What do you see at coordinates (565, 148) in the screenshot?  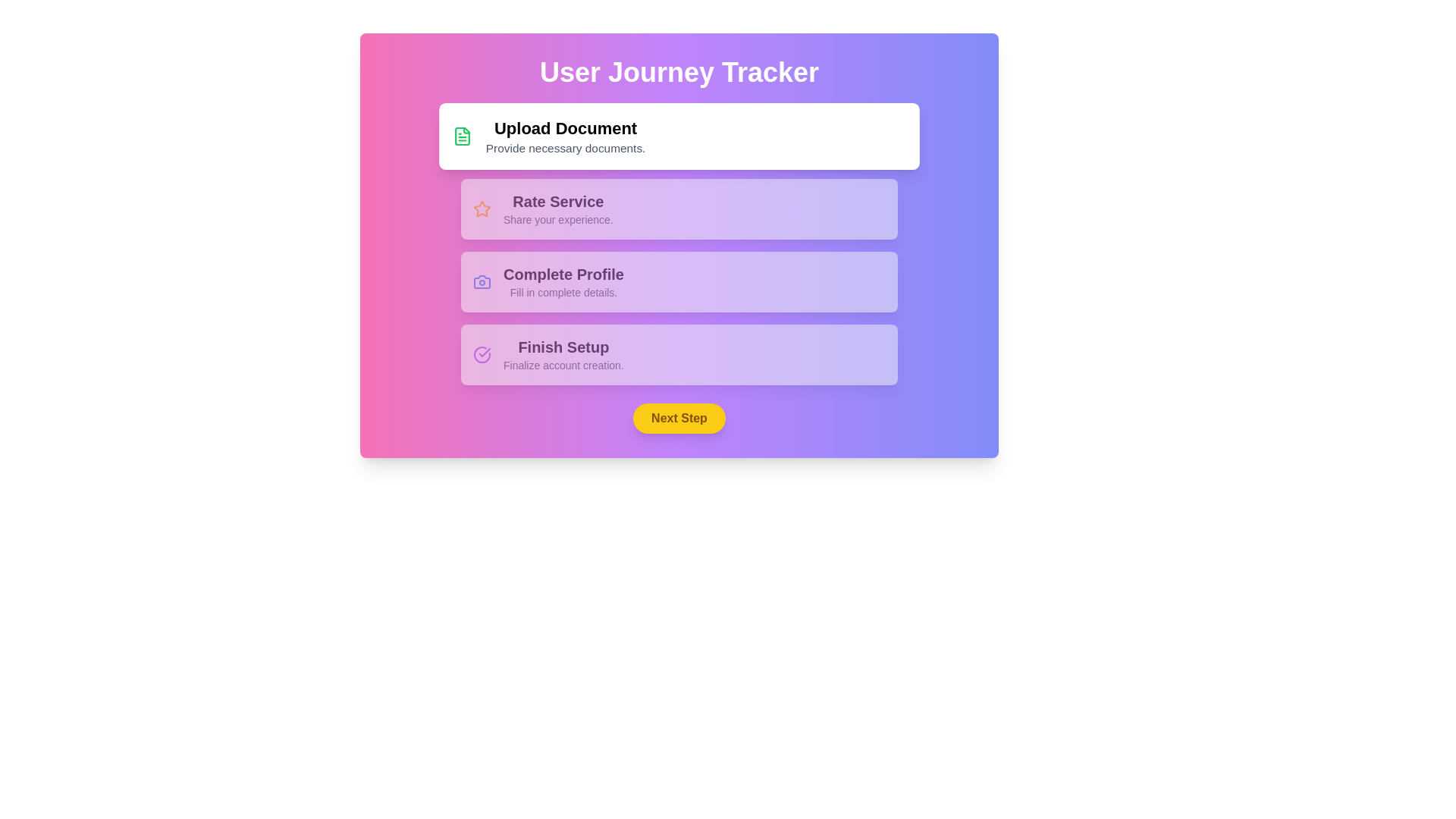 I see `the text label that reads 'Provide necessary documents.' located beneath the 'Upload Document' heading` at bounding box center [565, 148].